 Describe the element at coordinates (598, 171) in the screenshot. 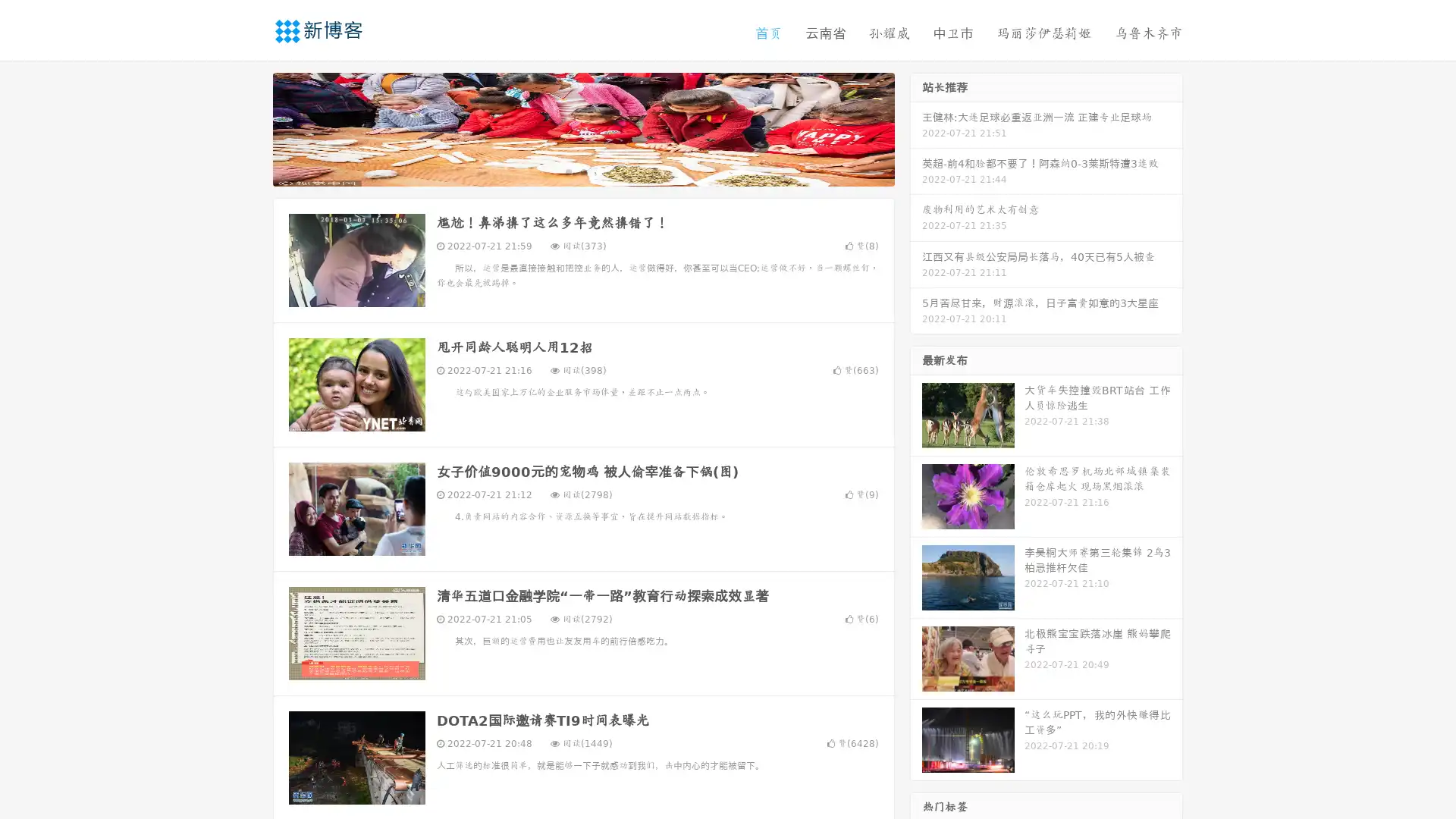

I see `Go to slide 3` at that location.